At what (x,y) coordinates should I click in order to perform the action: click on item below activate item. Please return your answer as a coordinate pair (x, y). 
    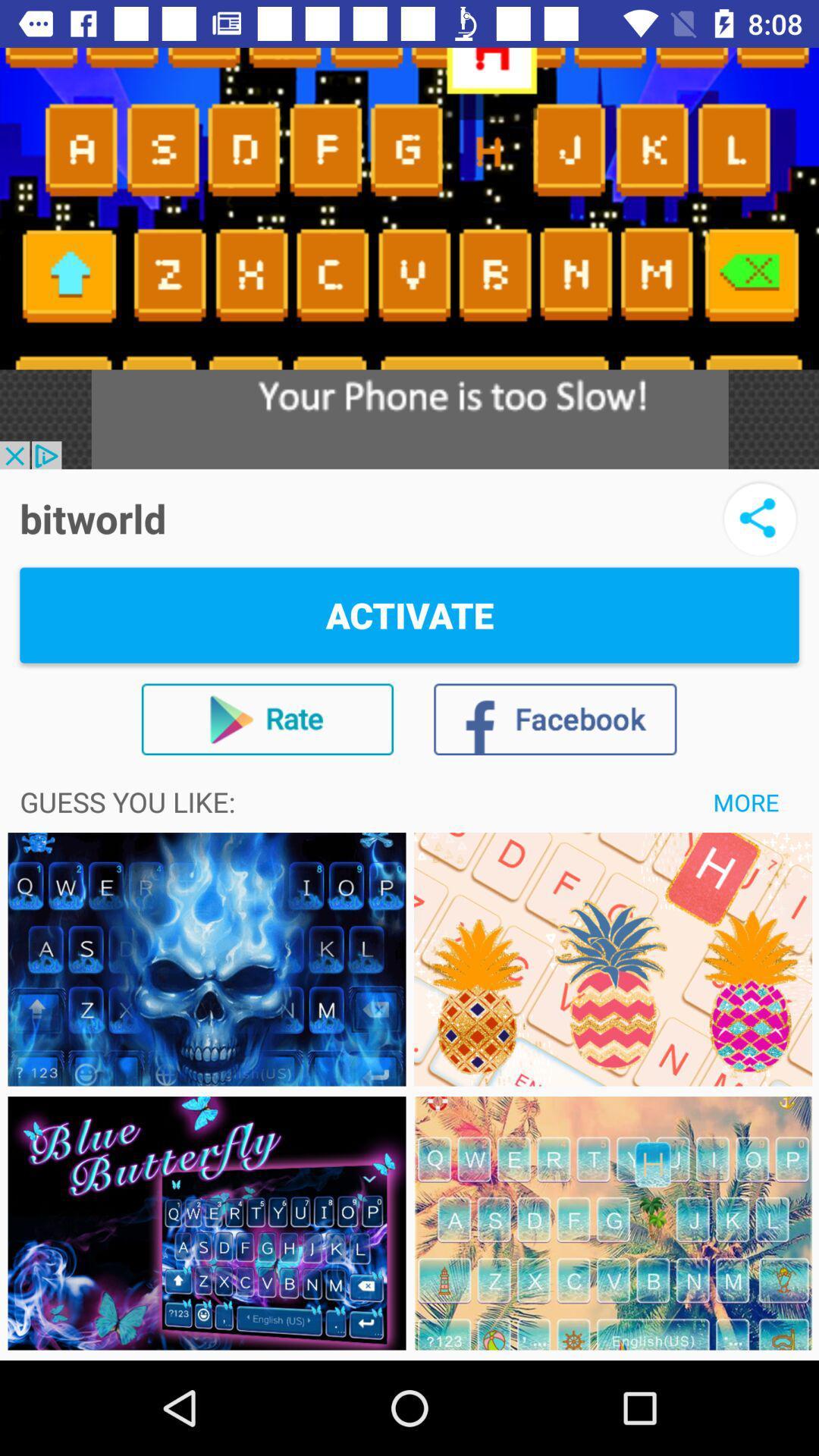
    Looking at the image, I should click on (745, 801).